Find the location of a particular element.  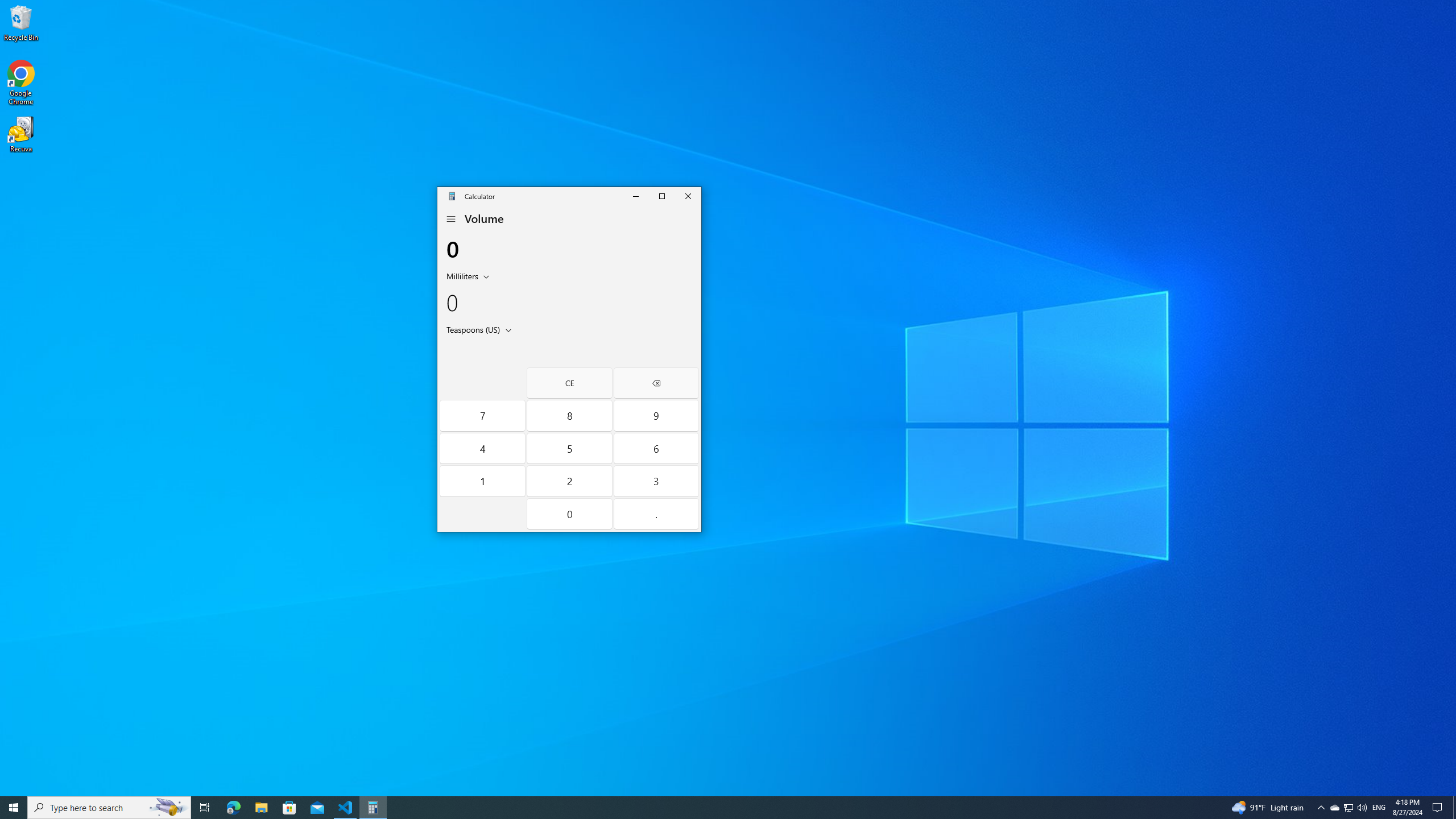

'Input unit' is located at coordinates (470, 276).